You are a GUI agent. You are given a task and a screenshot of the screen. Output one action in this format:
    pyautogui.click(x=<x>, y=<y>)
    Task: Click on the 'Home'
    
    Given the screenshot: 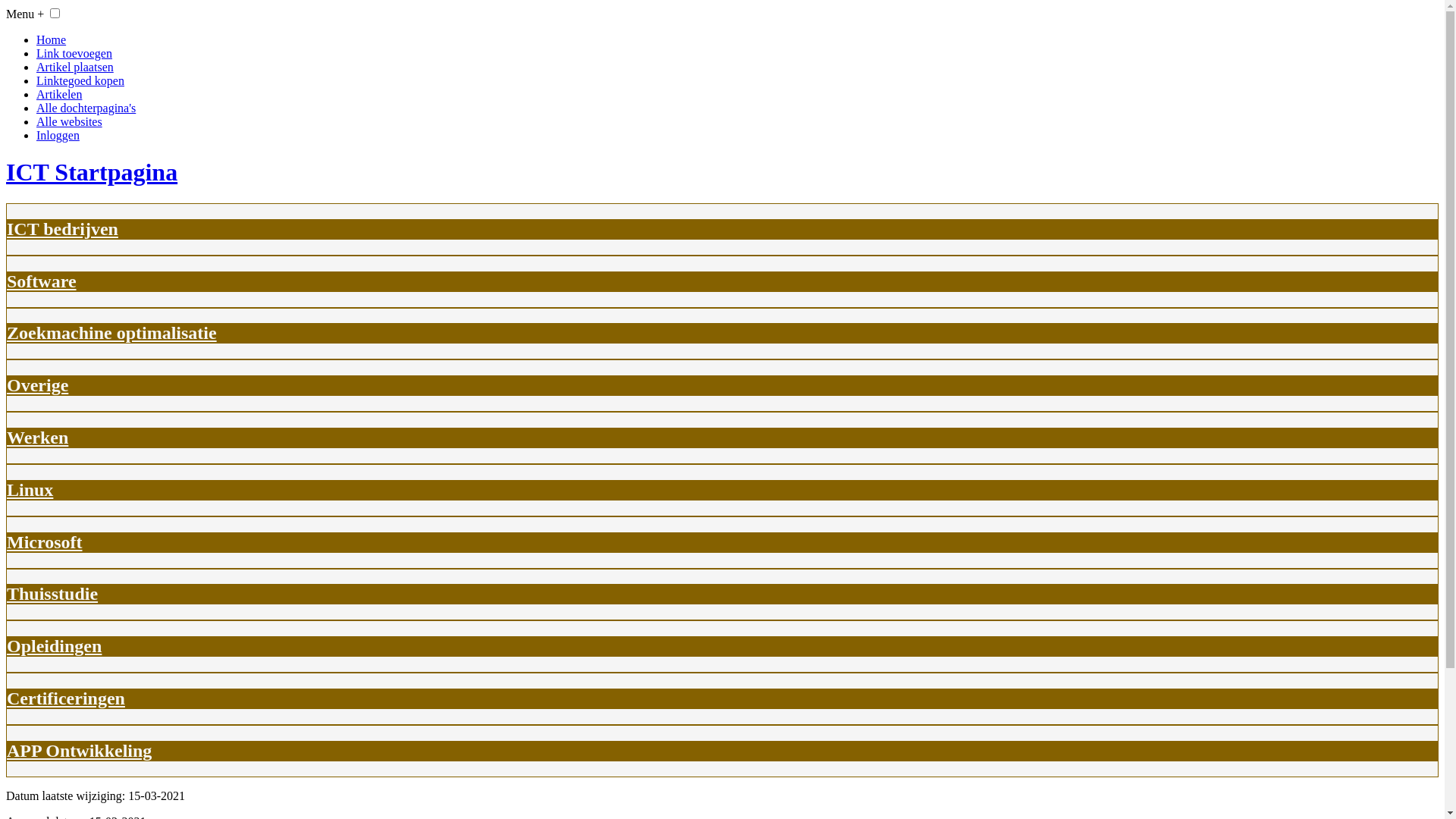 What is the action you would take?
    pyautogui.click(x=51, y=39)
    